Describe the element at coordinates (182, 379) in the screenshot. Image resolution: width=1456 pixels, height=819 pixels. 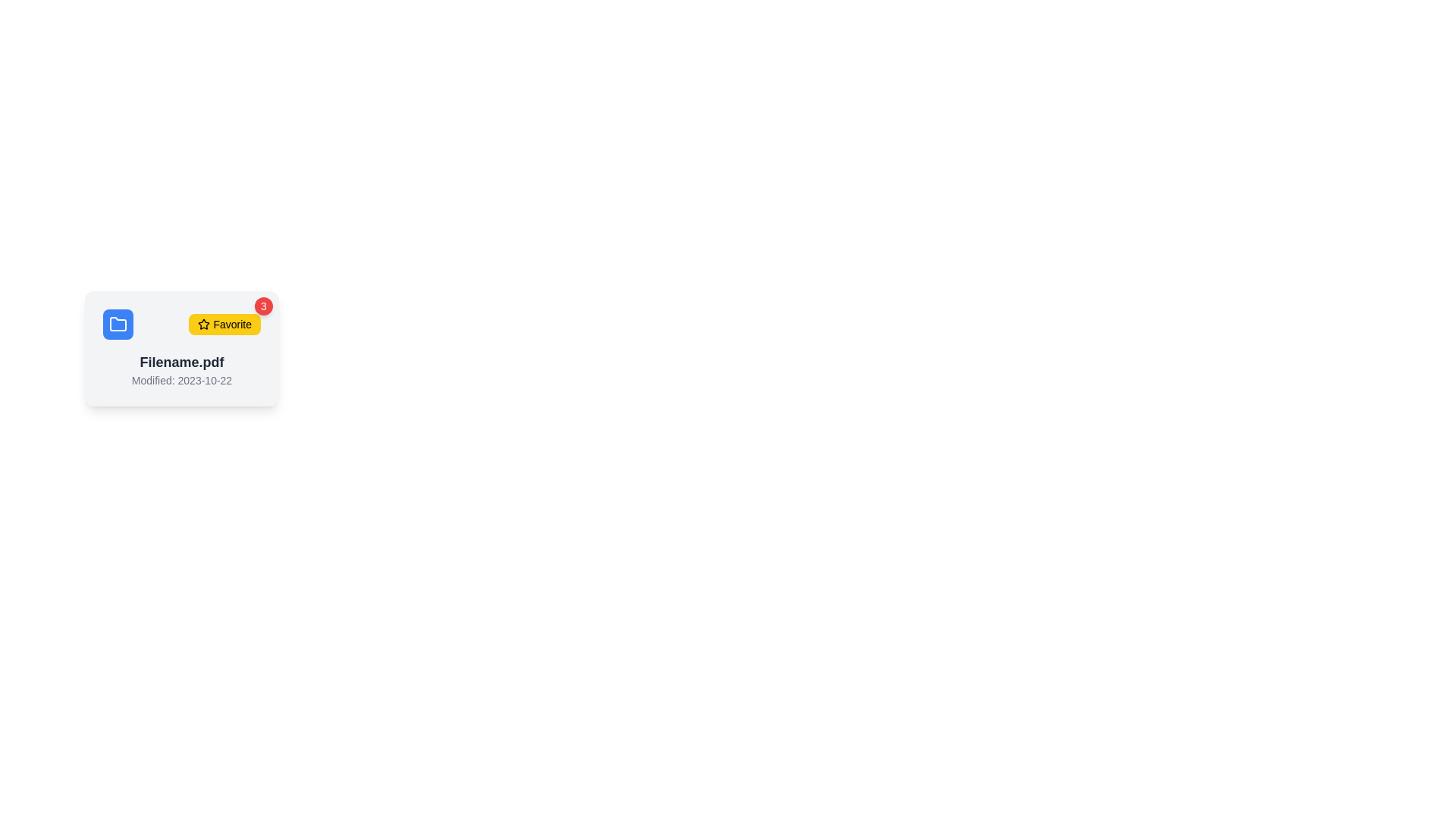
I see `the text label displaying 'Modified: 2023-10-22' located beneath the 'Filename.pdf.'` at that location.